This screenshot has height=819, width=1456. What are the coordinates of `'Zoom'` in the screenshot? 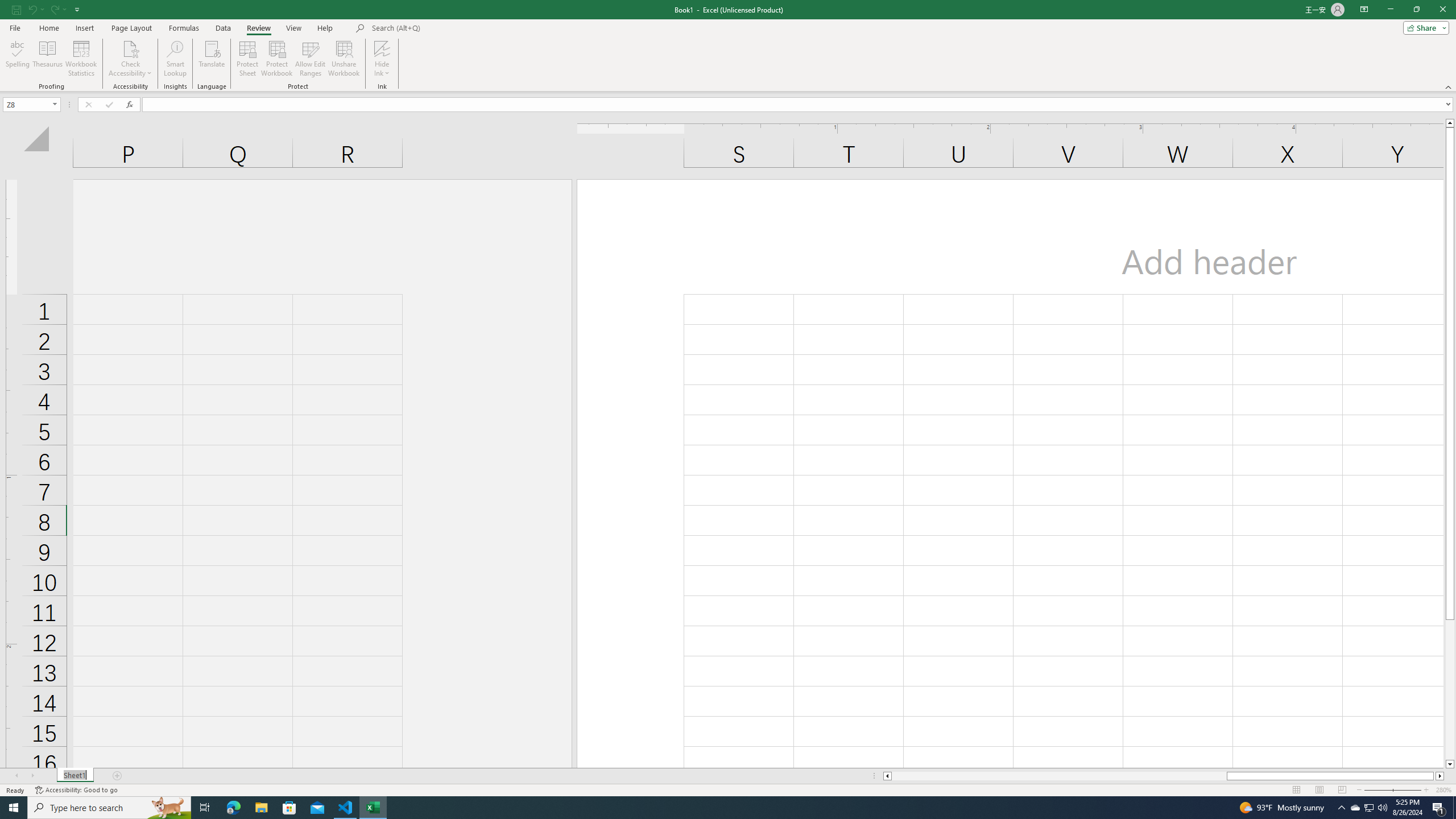 It's located at (1392, 790).